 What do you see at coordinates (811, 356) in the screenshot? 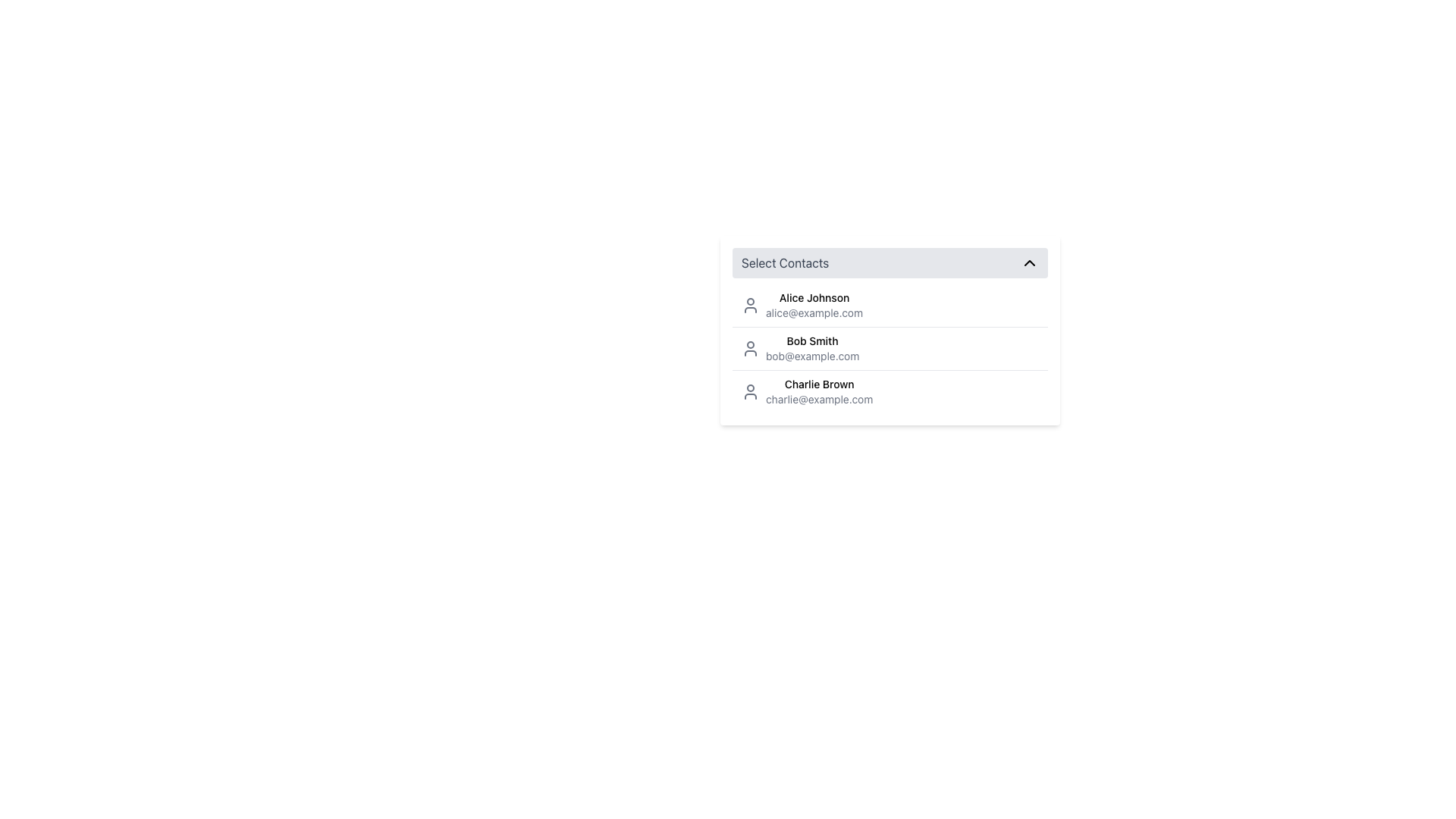
I see `text label displaying 'bob@example.com' located beneath 'Bob Smith' in the contact section of the 'Select Contacts' dropdown interface` at bounding box center [811, 356].